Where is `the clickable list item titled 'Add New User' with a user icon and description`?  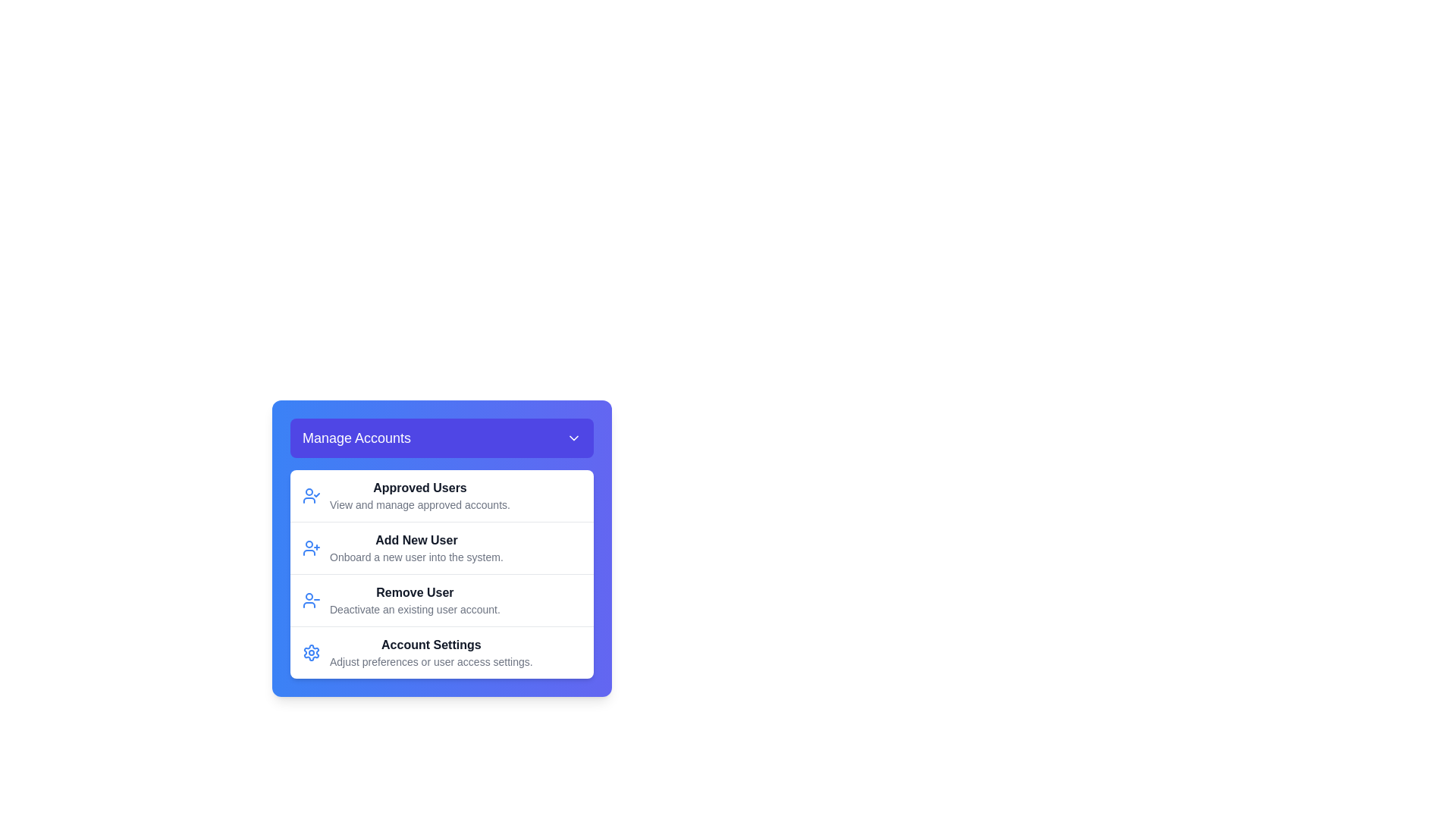 the clickable list item titled 'Add New User' with a user icon and description is located at coordinates (441, 547).